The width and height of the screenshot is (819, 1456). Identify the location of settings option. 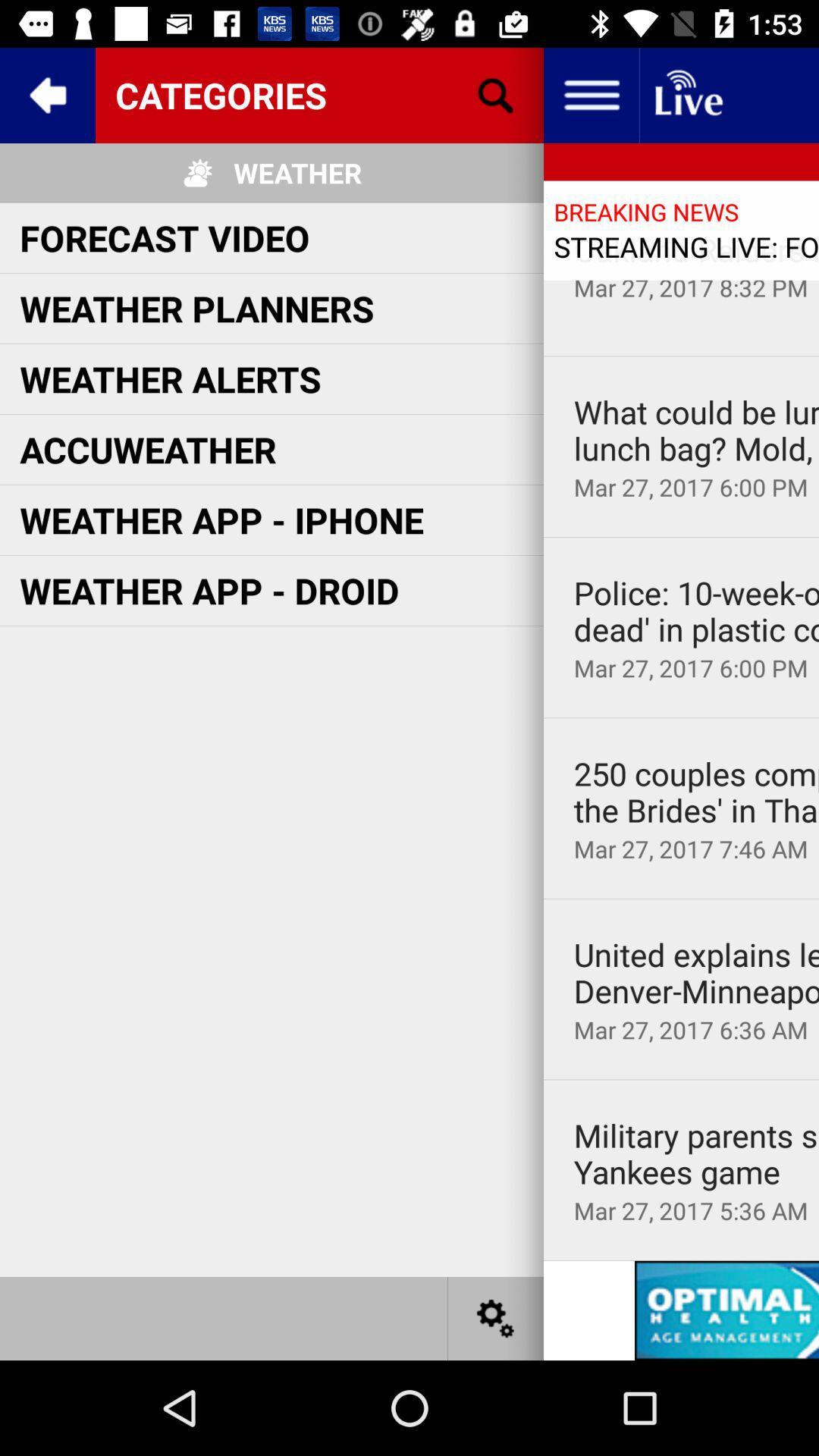
(496, 1317).